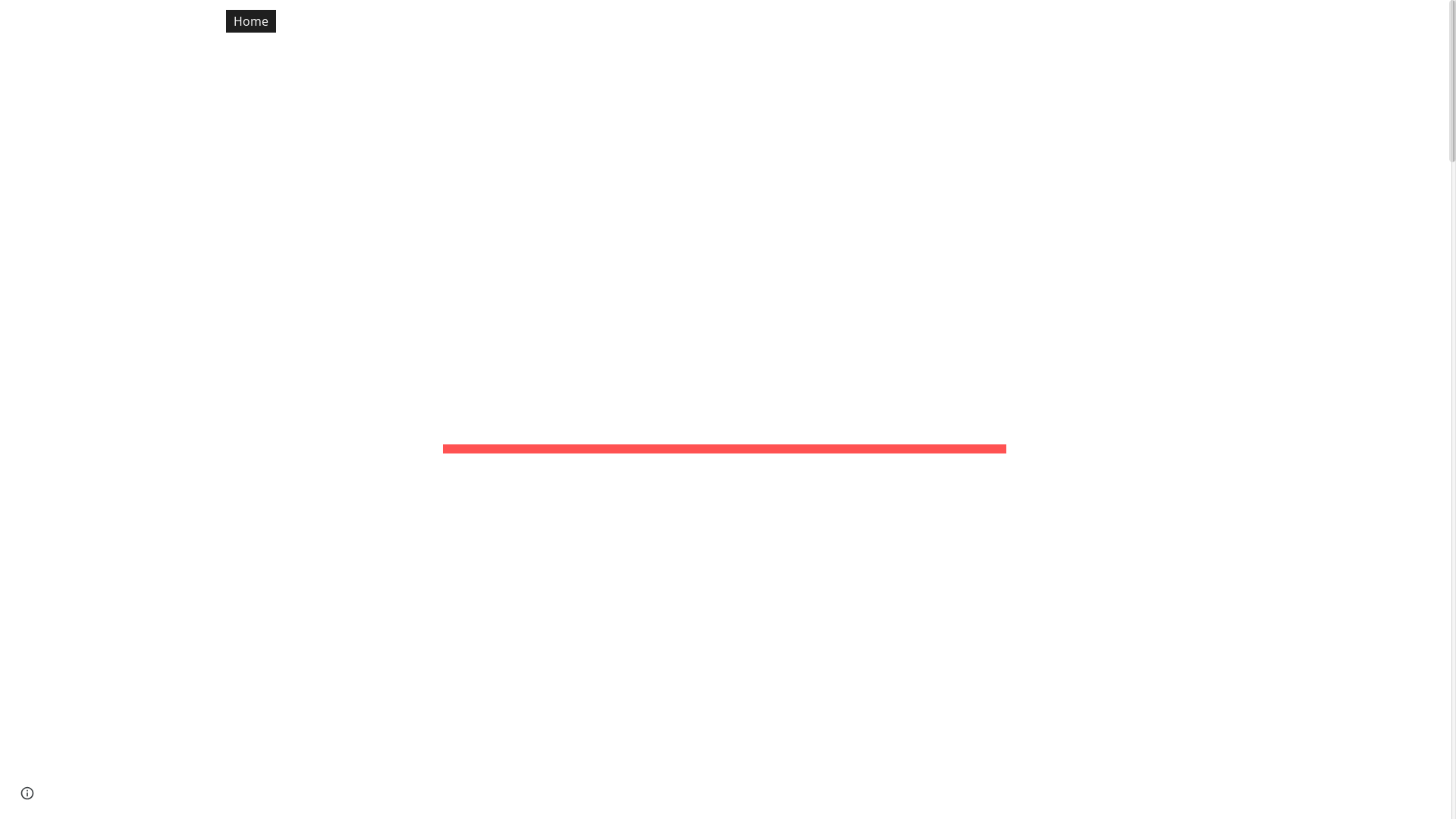 This screenshot has height=819, width=1456. I want to click on 'Why Act', so click(1274, 20).